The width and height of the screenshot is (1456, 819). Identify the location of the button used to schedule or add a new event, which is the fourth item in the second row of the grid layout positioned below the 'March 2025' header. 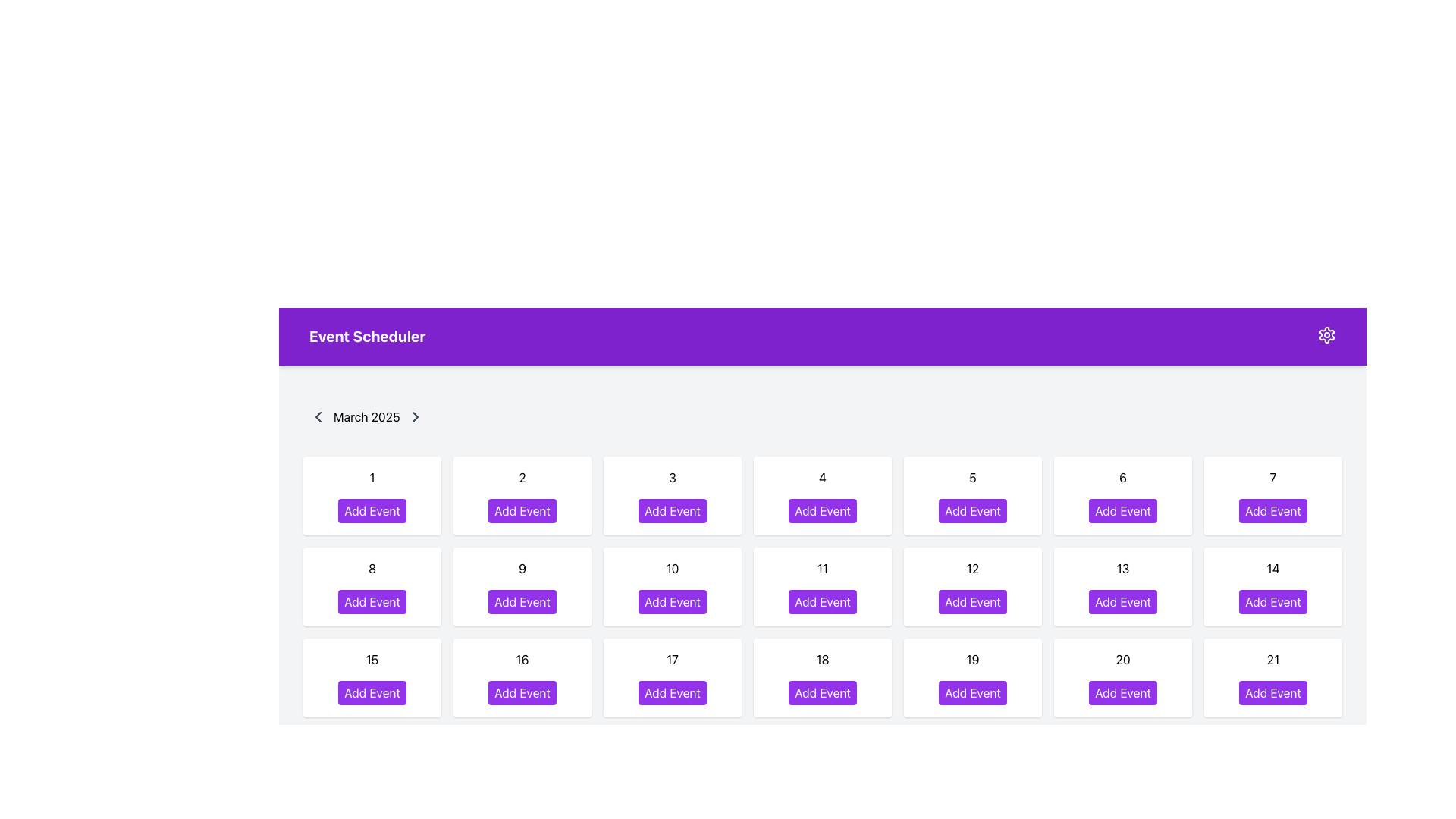
(672, 601).